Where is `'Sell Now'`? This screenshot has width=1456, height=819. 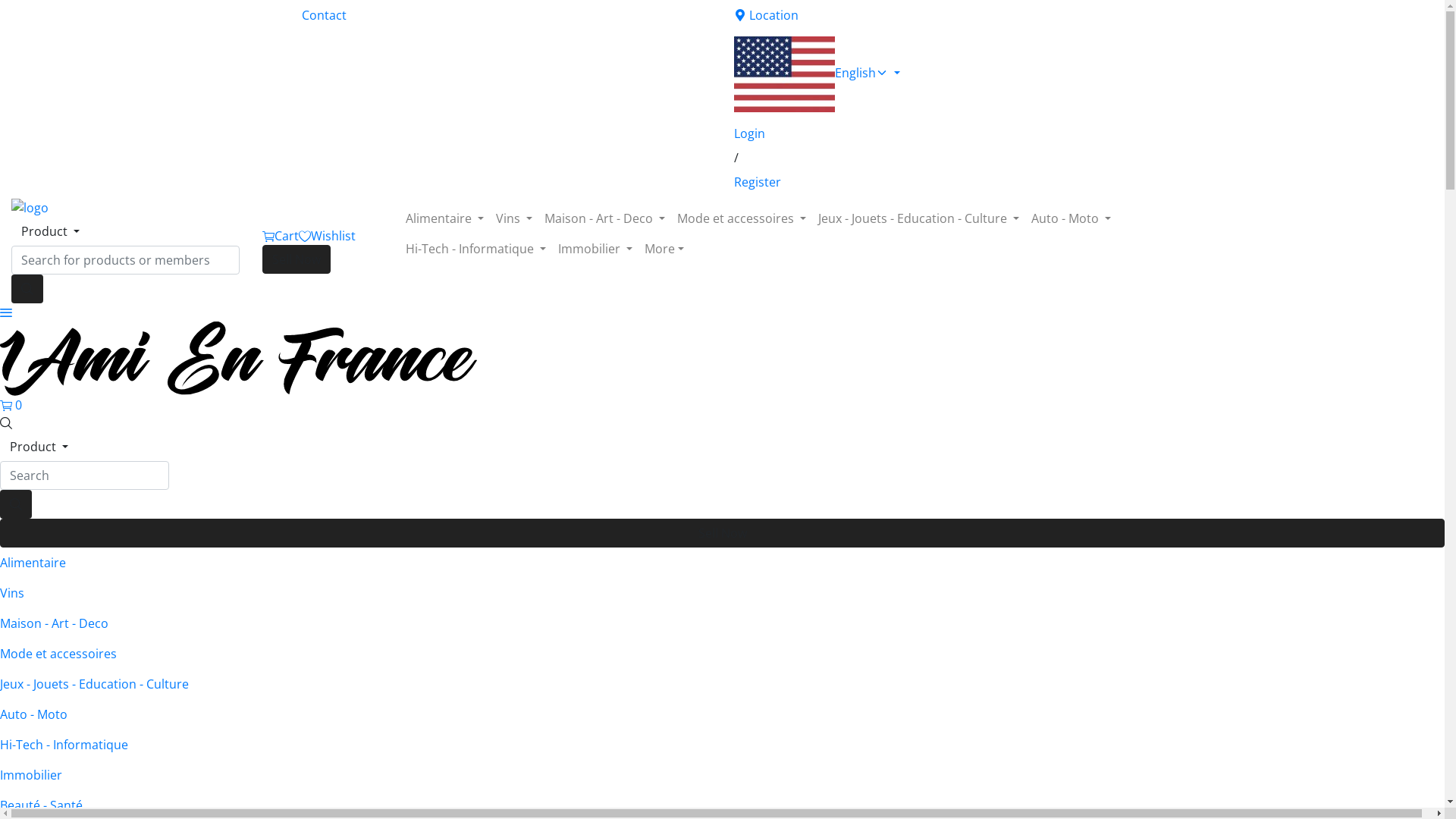
'Sell Now' is located at coordinates (721, 532).